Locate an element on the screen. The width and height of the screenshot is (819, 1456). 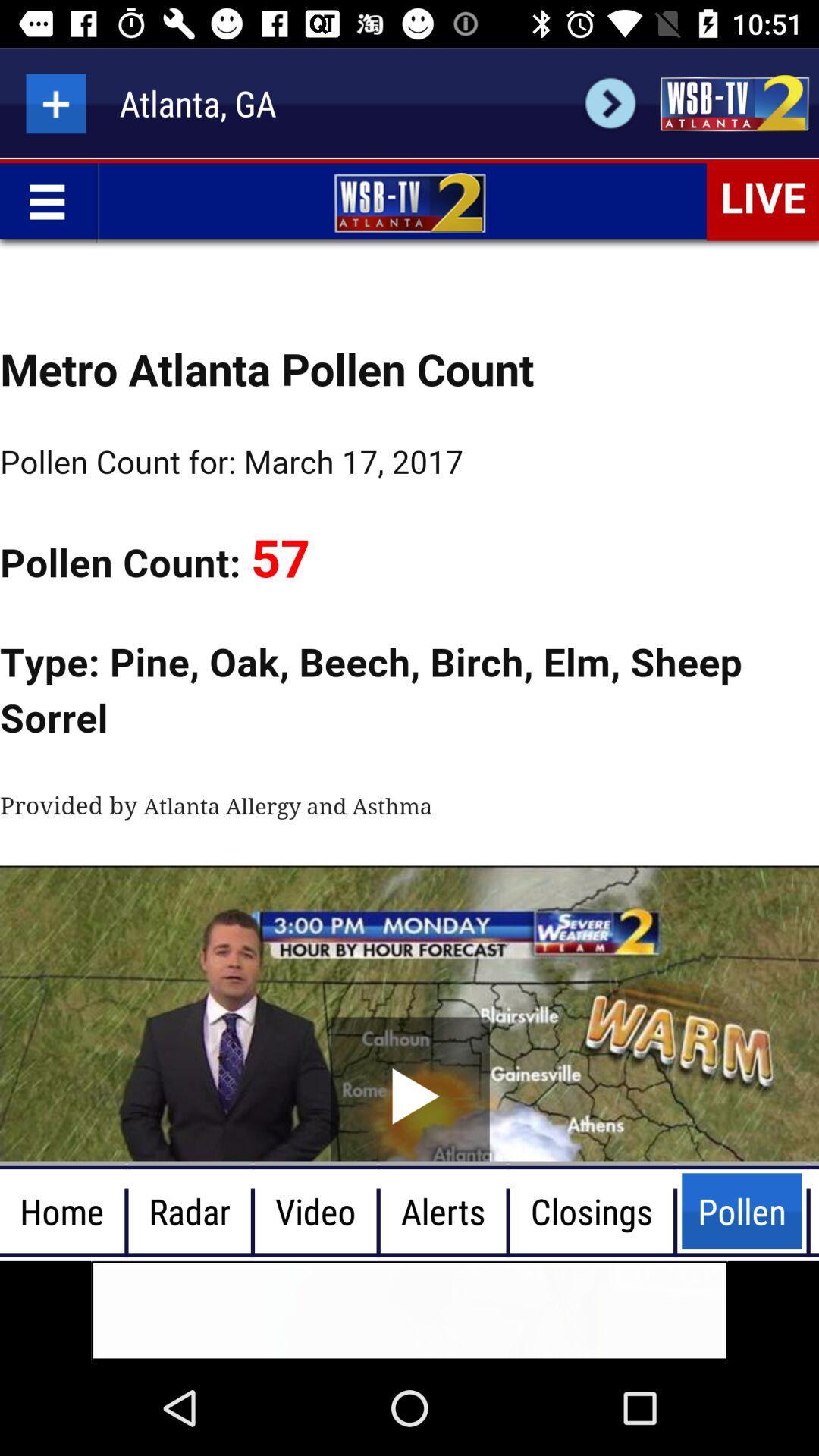
location is located at coordinates (55, 102).